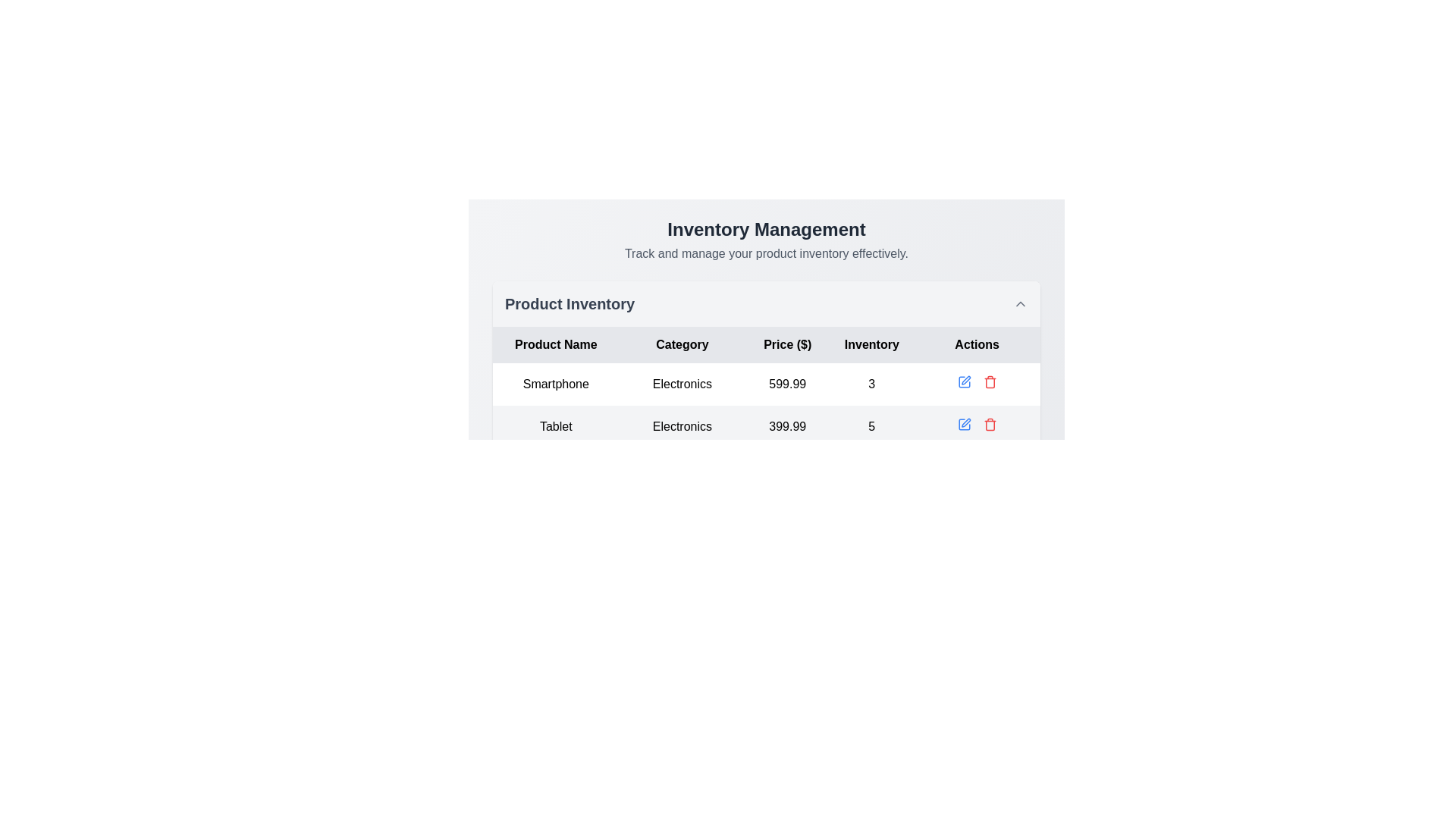 The height and width of the screenshot is (819, 1456). I want to click on the plain black number '5' text label in the 'Inventory' column of the second row of the product table for the 'Tablet' product, so click(871, 427).